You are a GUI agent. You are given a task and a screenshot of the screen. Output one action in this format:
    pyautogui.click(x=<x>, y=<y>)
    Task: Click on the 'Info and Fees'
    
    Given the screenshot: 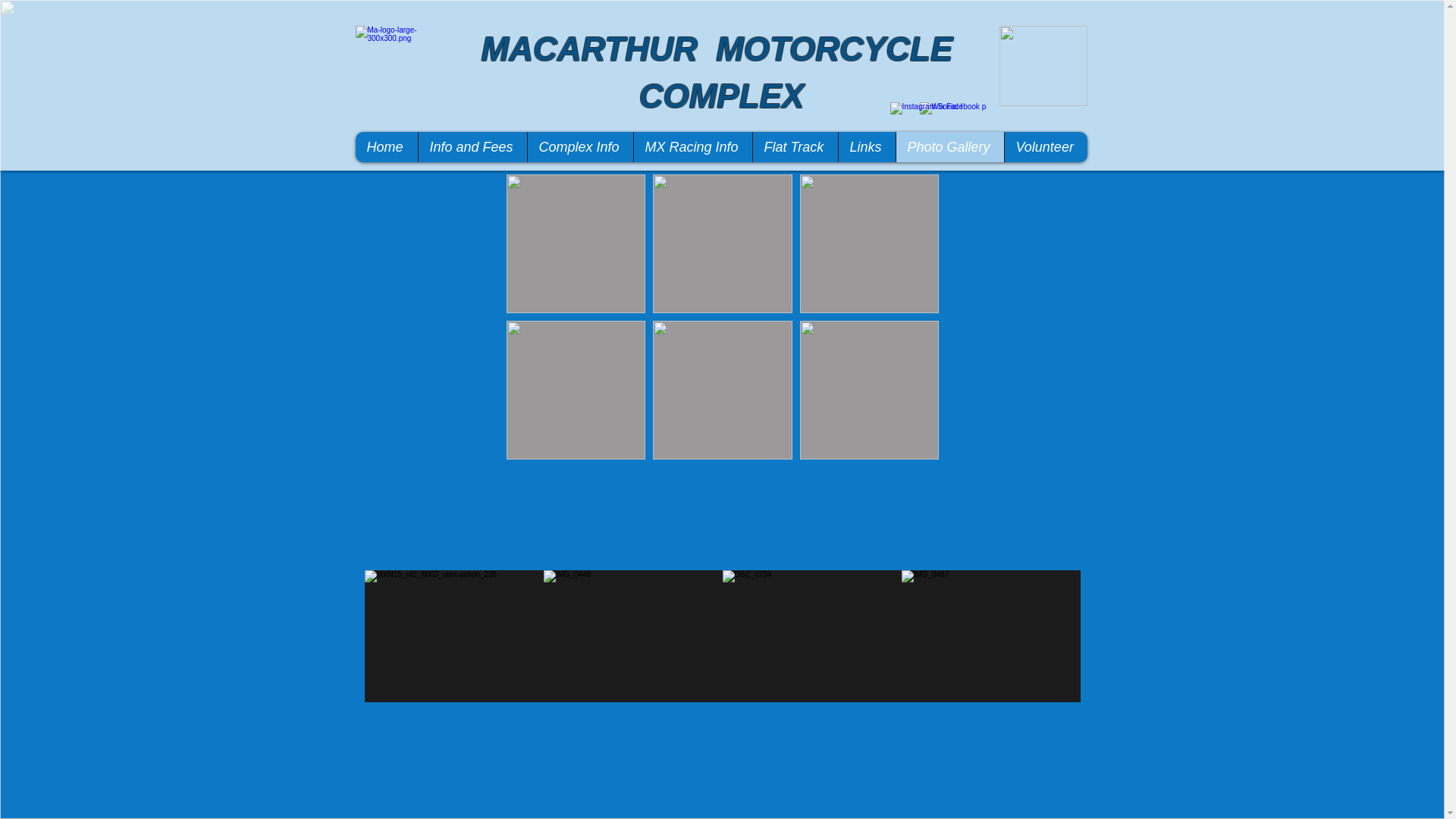 What is the action you would take?
    pyautogui.click(x=471, y=146)
    